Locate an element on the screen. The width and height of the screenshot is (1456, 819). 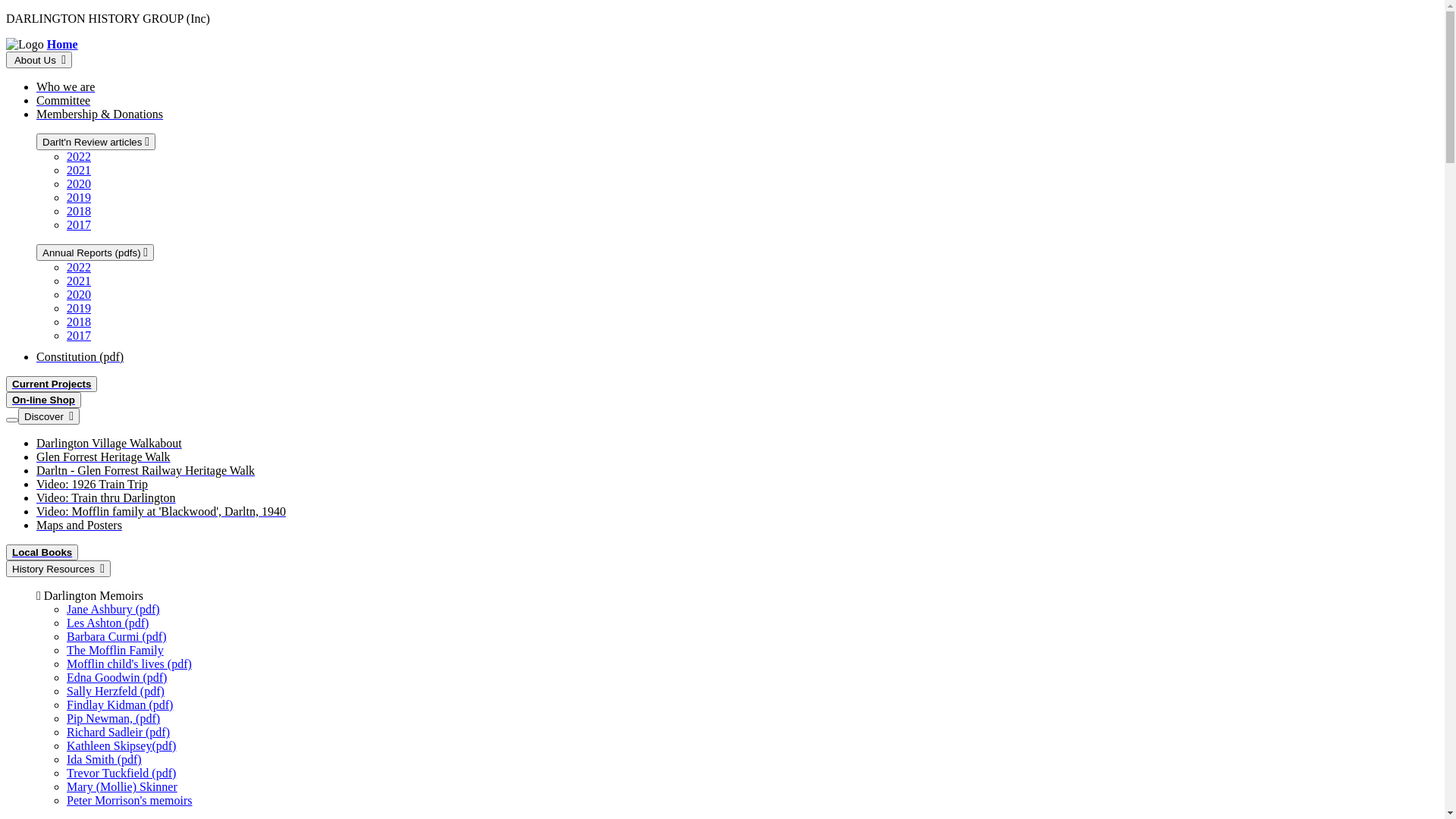
'Richard Sadleir (pdf)' is located at coordinates (118, 731).